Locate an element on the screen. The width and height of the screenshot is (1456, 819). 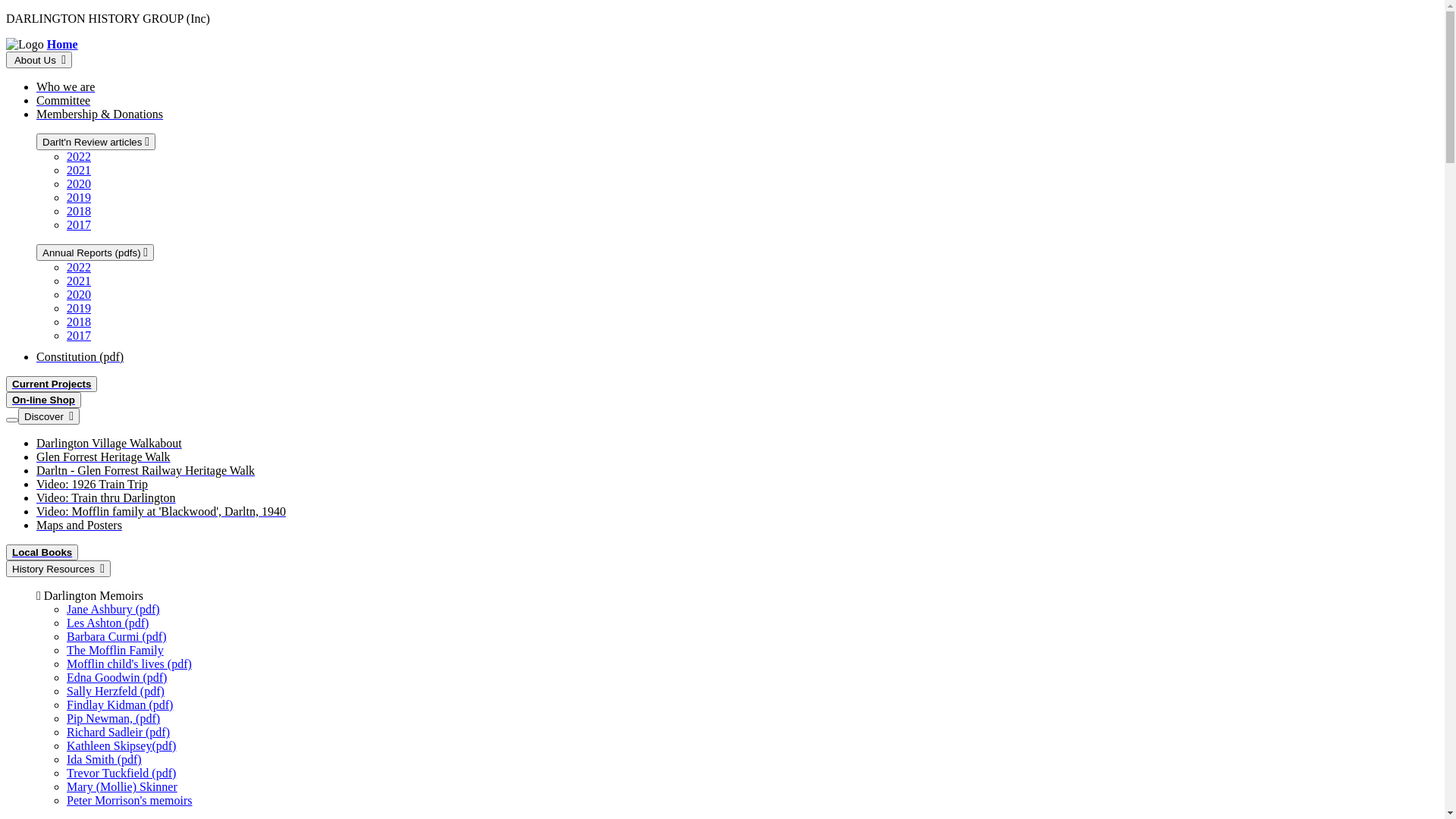
'Richard Sadleir (pdf)' is located at coordinates (118, 731).